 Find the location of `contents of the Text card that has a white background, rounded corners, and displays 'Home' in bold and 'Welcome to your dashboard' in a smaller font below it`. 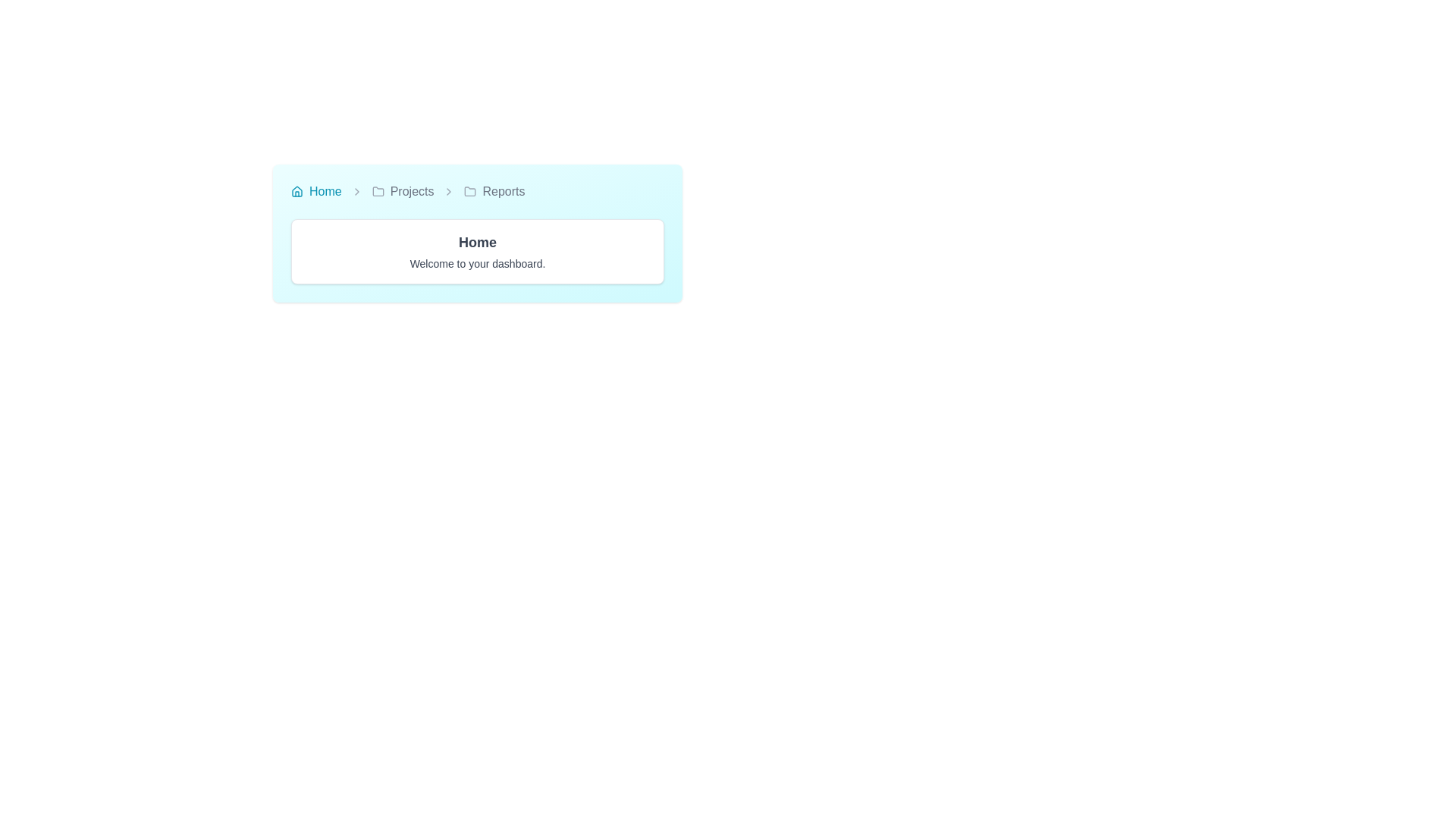

contents of the Text card that has a white background, rounded corners, and displays 'Home' in bold and 'Welcome to your dashboard' in a smaller font below it is located at coordinates (476, 250).